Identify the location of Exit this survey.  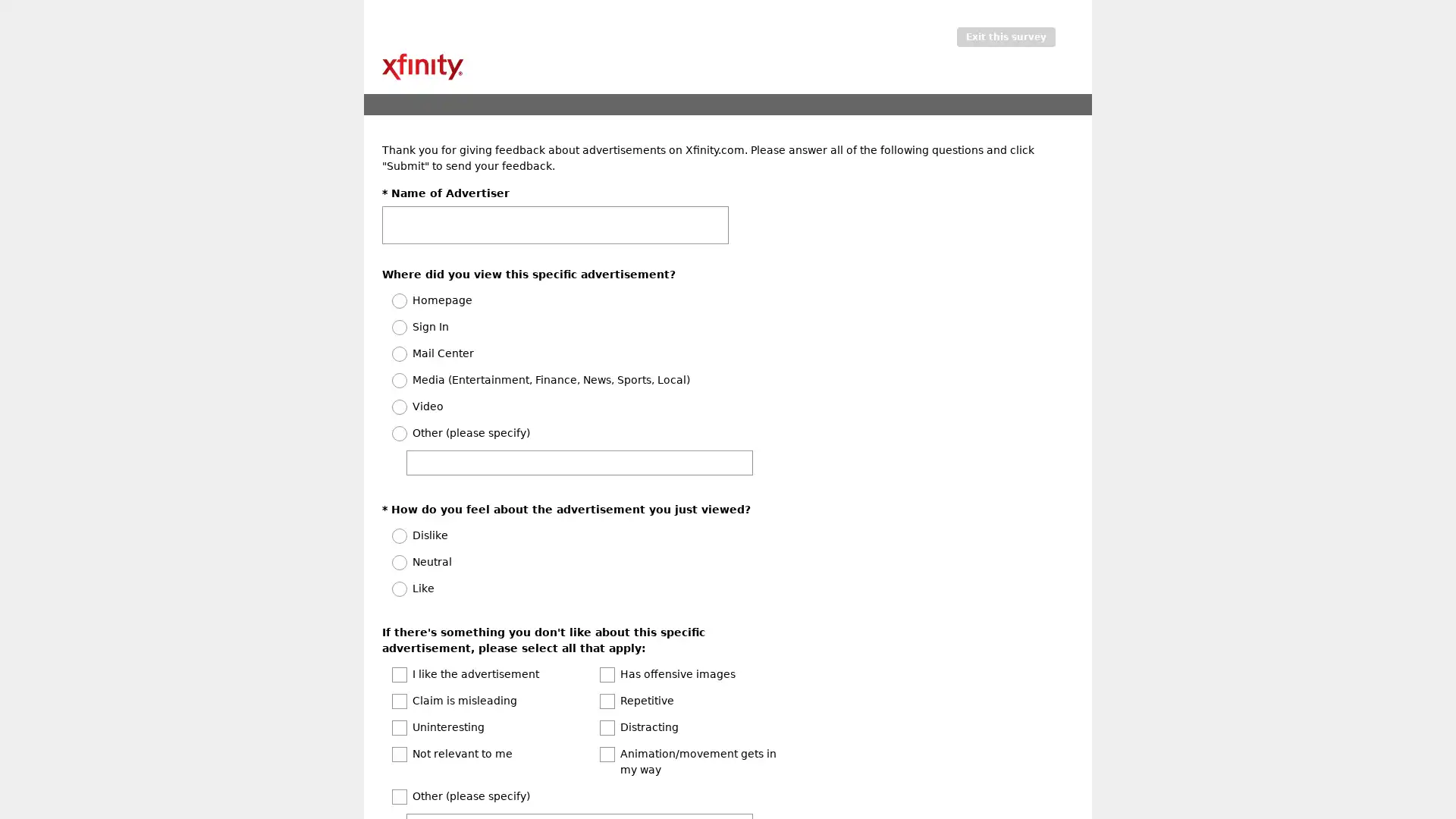
(1006, 36).